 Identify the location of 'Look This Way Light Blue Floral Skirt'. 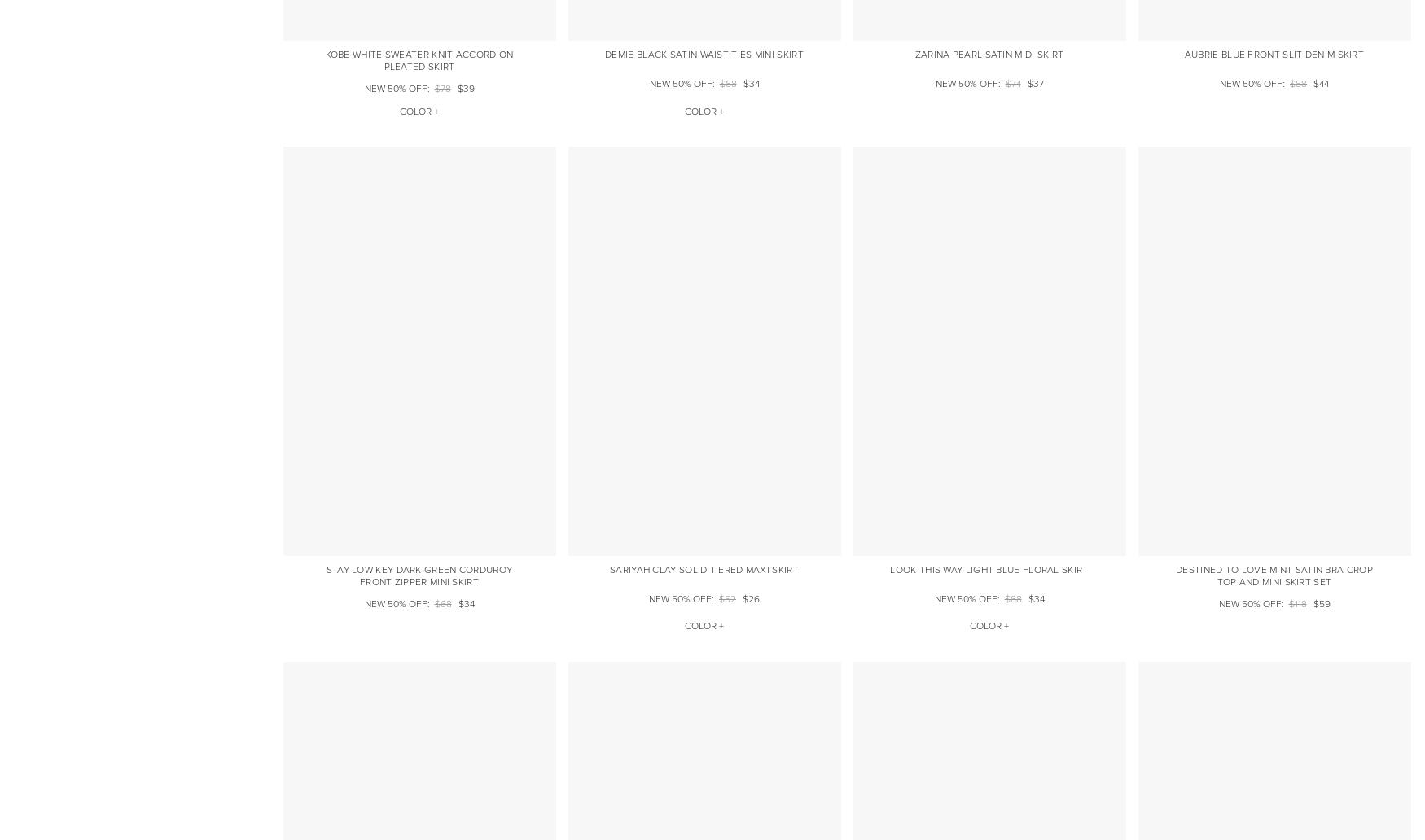
(890, 568).